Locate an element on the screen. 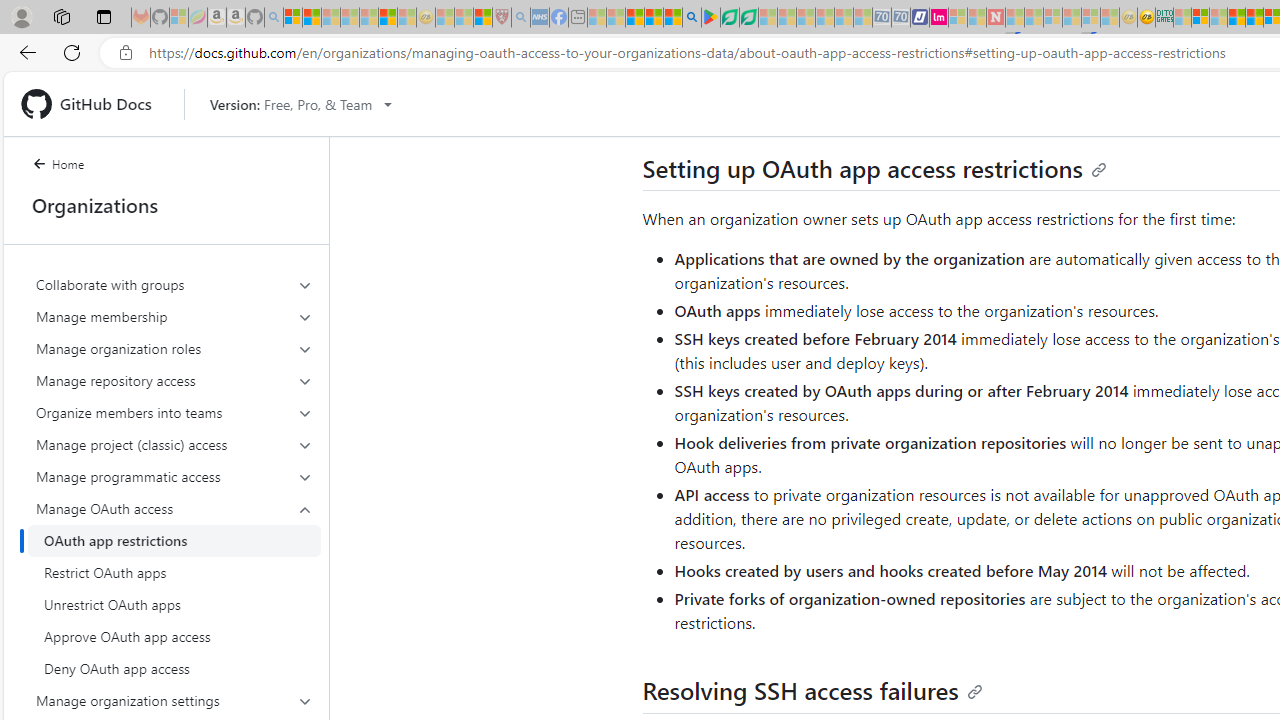  'Manage membership' is located at coordinates (174, 315).